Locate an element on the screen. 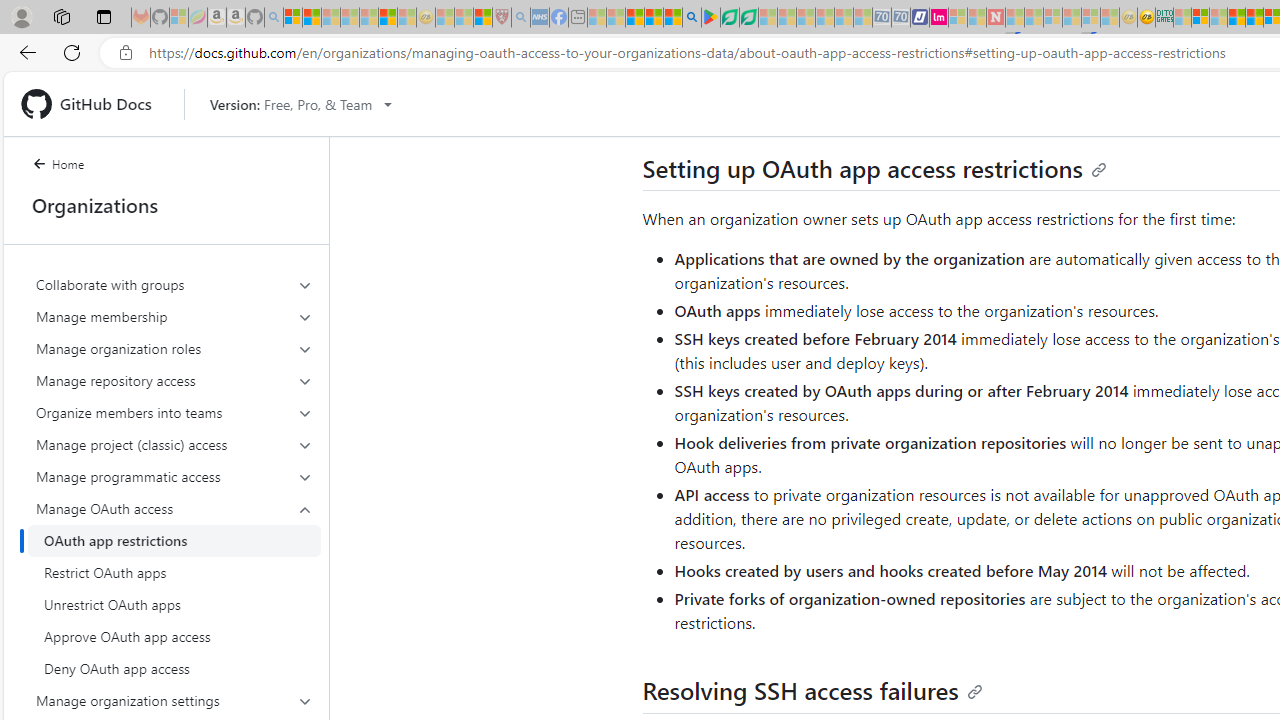  'Manage membership' is located at coordinates (174, 315).